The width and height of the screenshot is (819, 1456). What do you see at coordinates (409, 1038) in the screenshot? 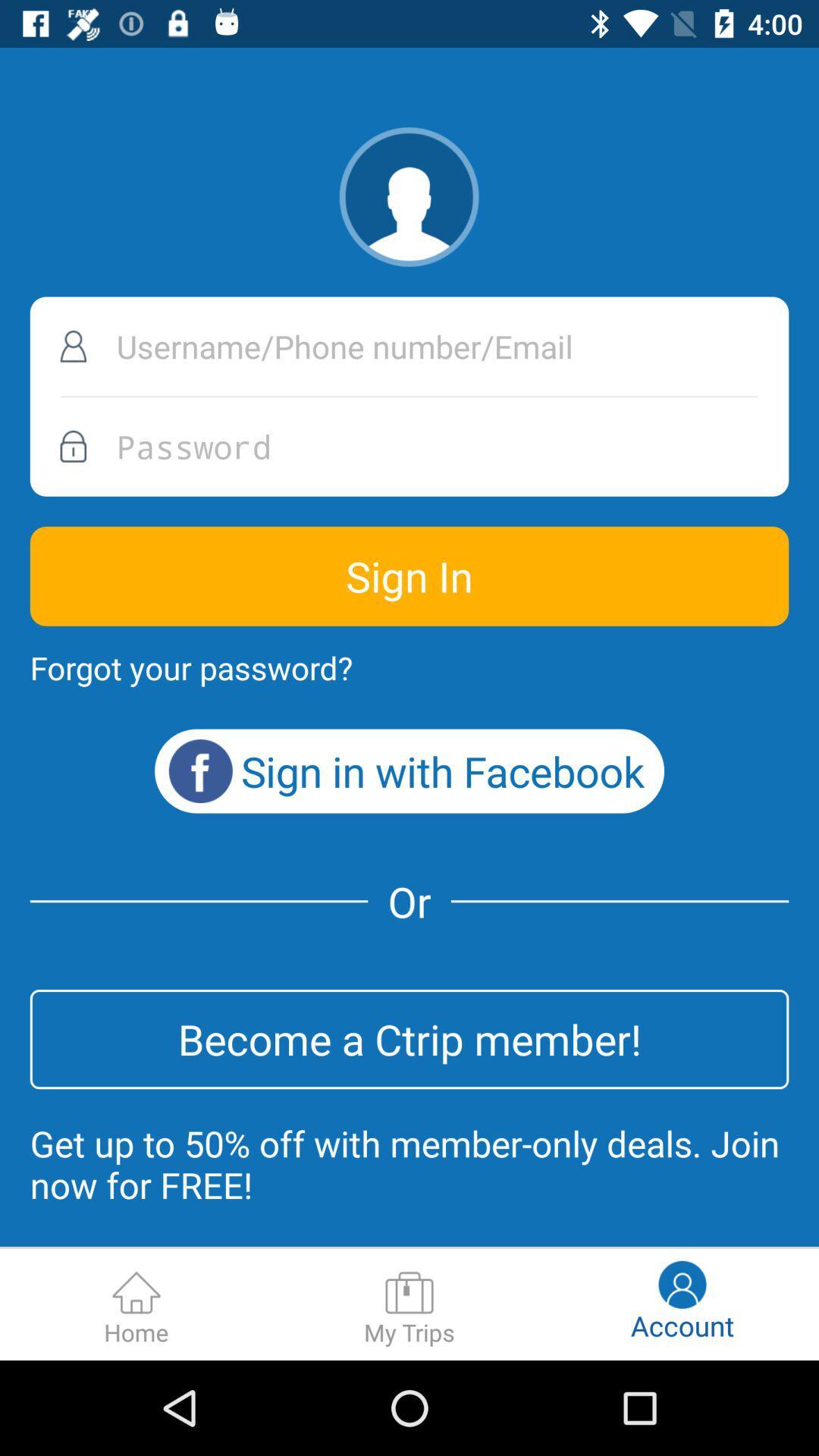
I see `the become a ctrip` at bounding box center [409, 1038].